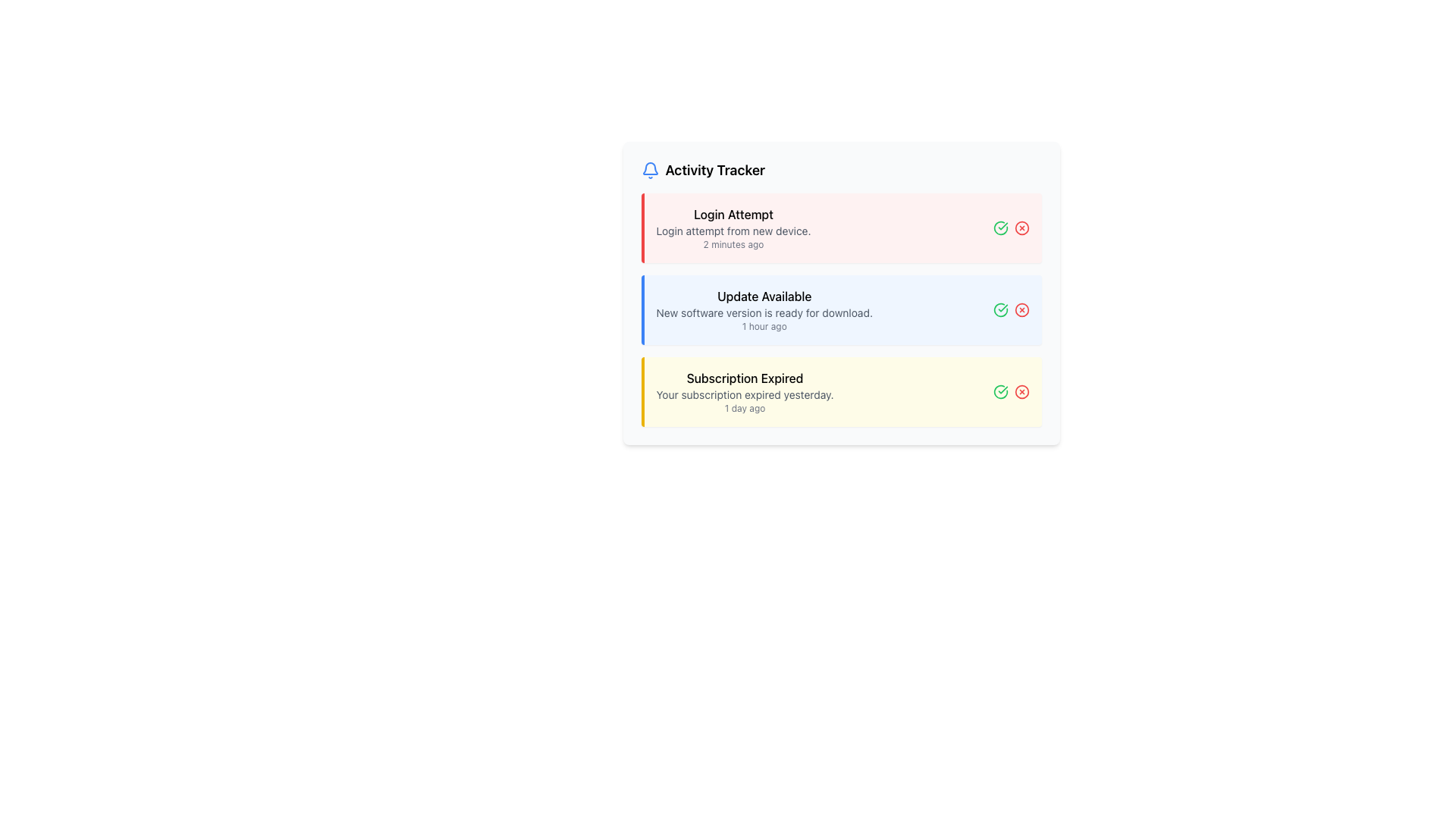  Describe the element at coordinates (745, 394) in the screenshot. I see `the text element providing details about the expiration of the subscription, located in the yellow-background area of the Activity Tracker interface, below the 'Subscription Expired' headline and above the '1 day ago' timestamp` at that location.